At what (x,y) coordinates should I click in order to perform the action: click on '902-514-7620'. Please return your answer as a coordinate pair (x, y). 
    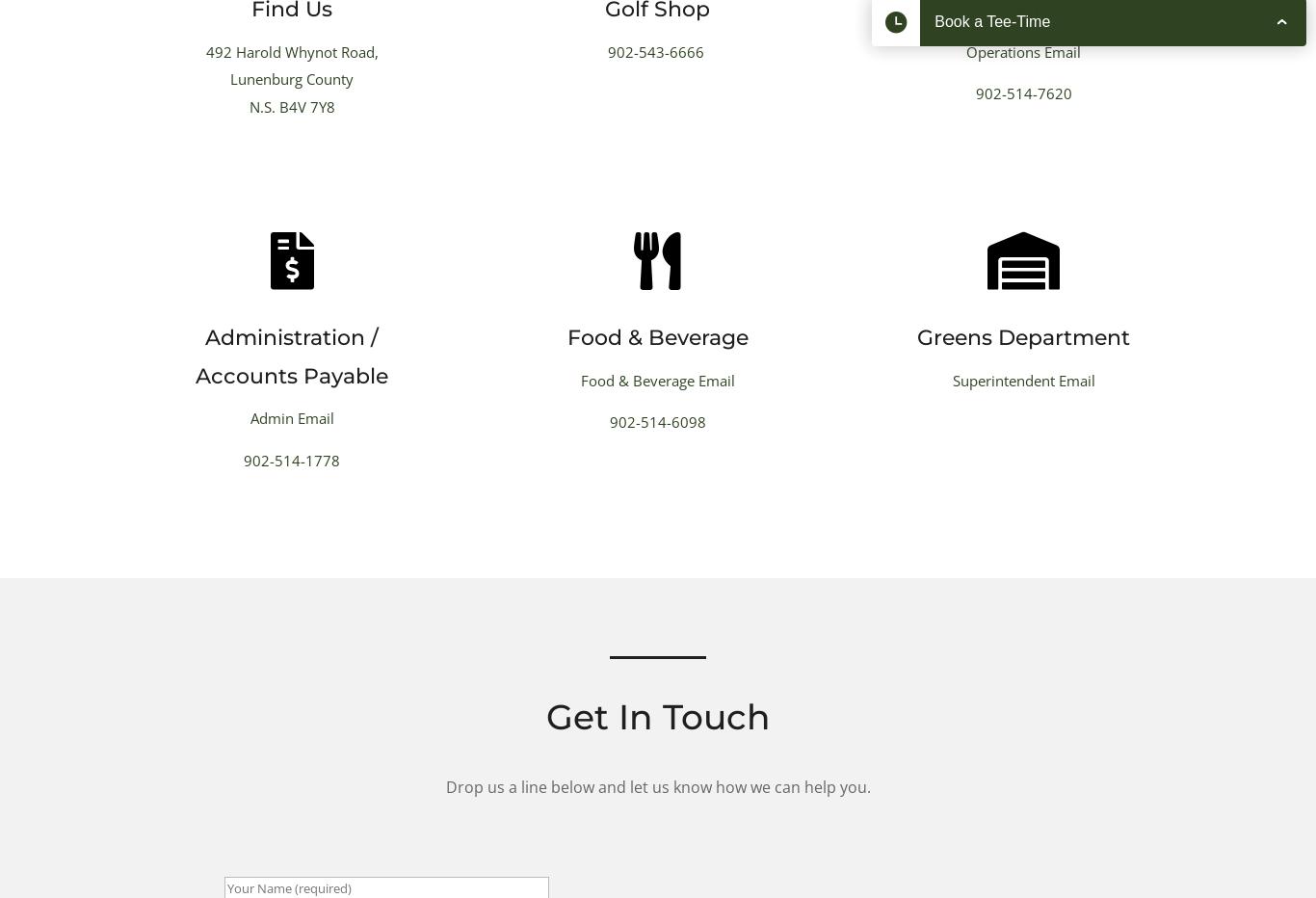
    Looking at the image, I should click on (1022, 93).